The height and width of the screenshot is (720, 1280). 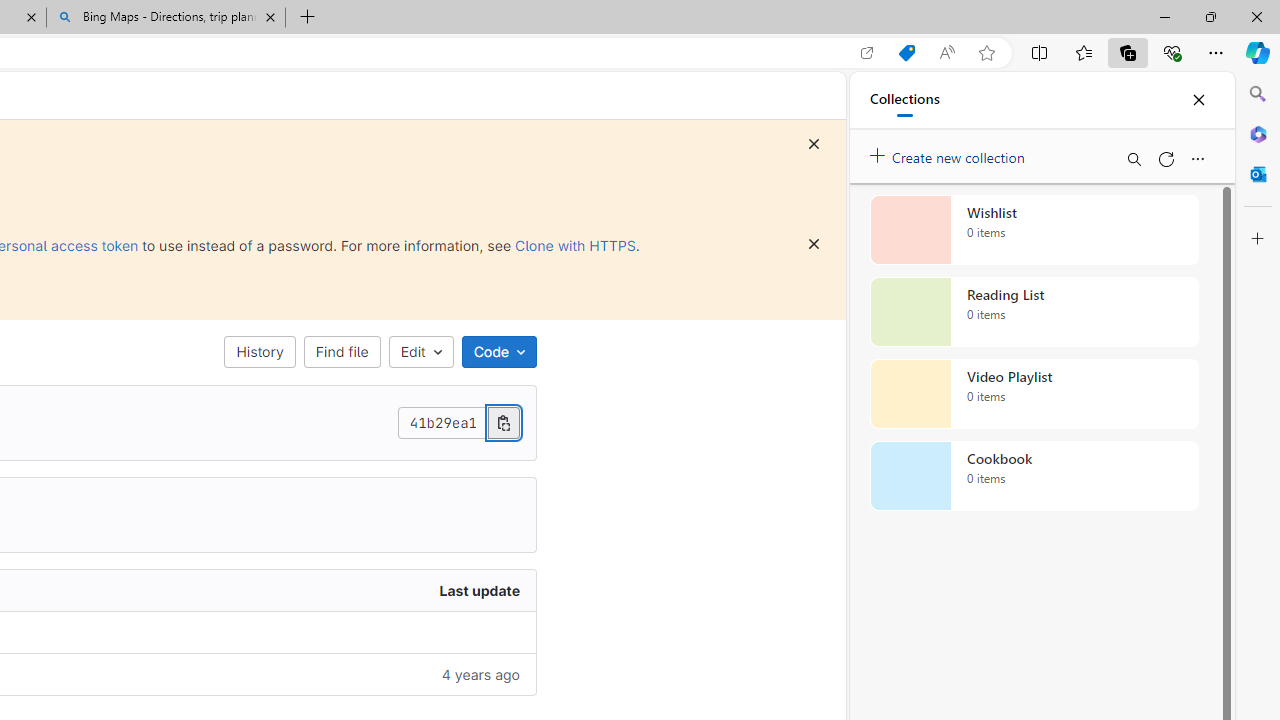 What do you see at coordinates (499, 351) in the screenshot?
I see `'Code'` at bounding box center [499, 351].